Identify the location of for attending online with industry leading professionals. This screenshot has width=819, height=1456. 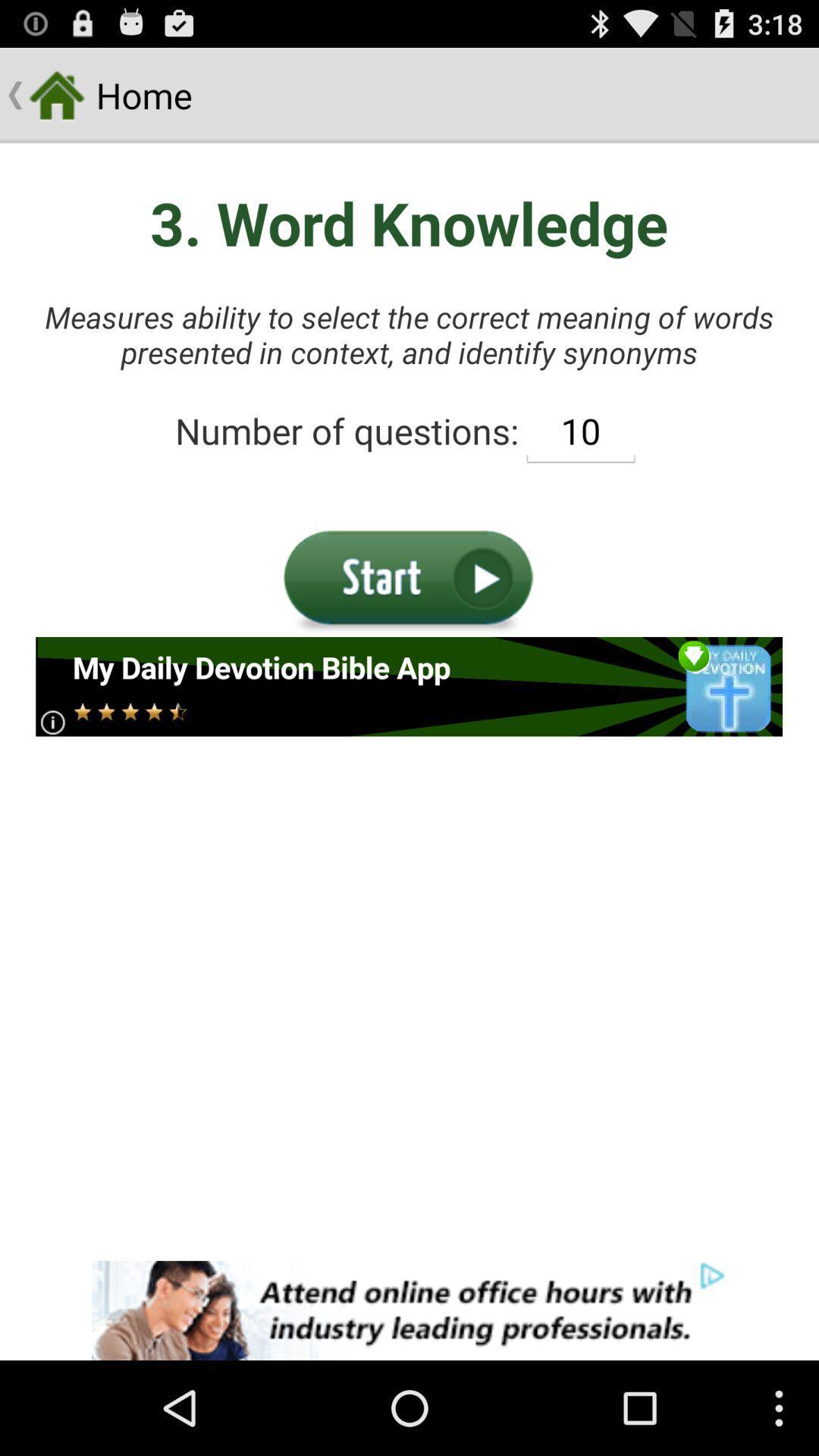
(409, 1310).